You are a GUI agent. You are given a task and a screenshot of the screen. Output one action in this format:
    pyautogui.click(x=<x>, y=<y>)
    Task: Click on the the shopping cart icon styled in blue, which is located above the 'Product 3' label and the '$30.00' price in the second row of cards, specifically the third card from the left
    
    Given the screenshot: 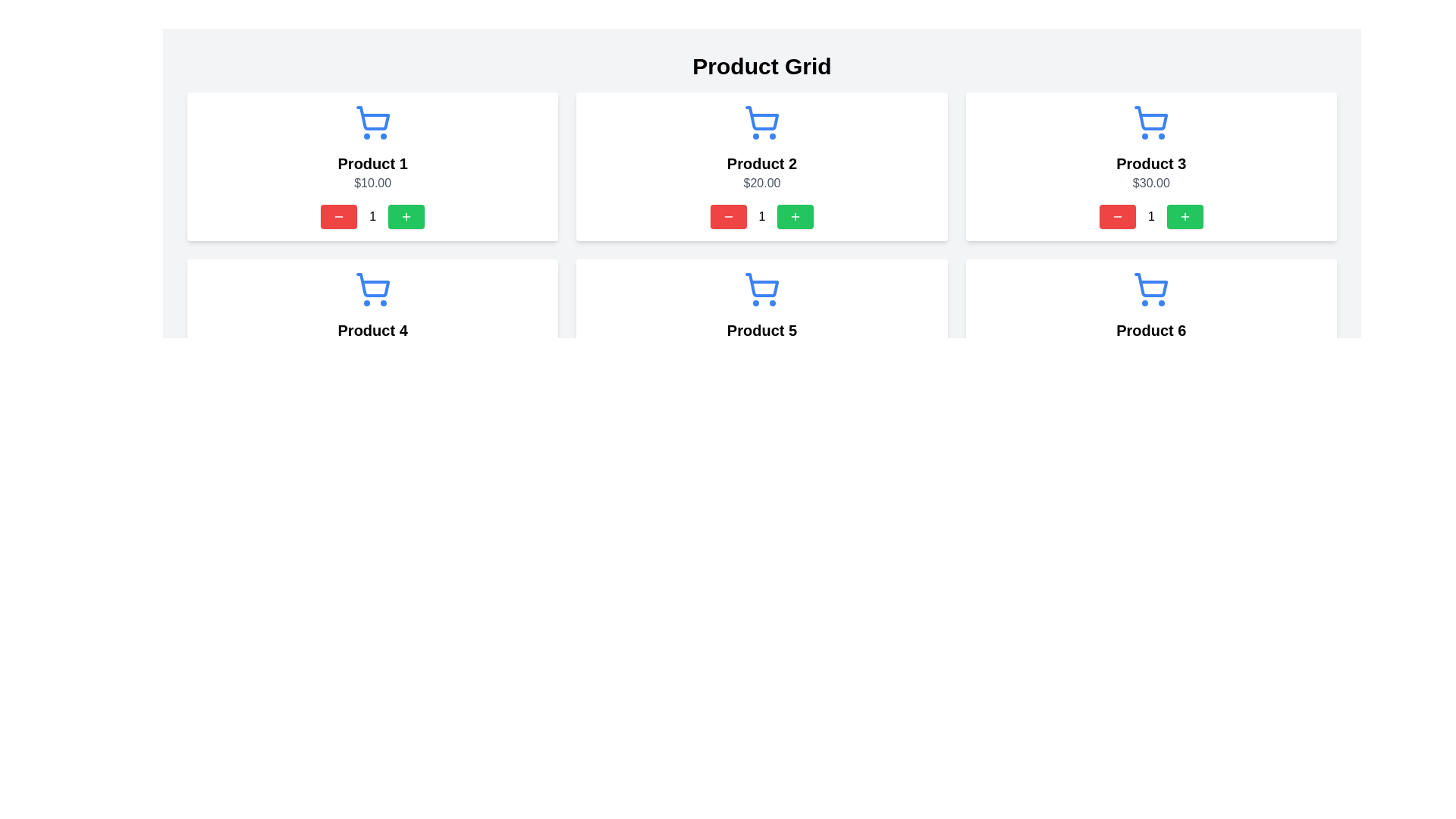 What is the action you would take?
    pyautogui.click(x=1151, y=122)
    